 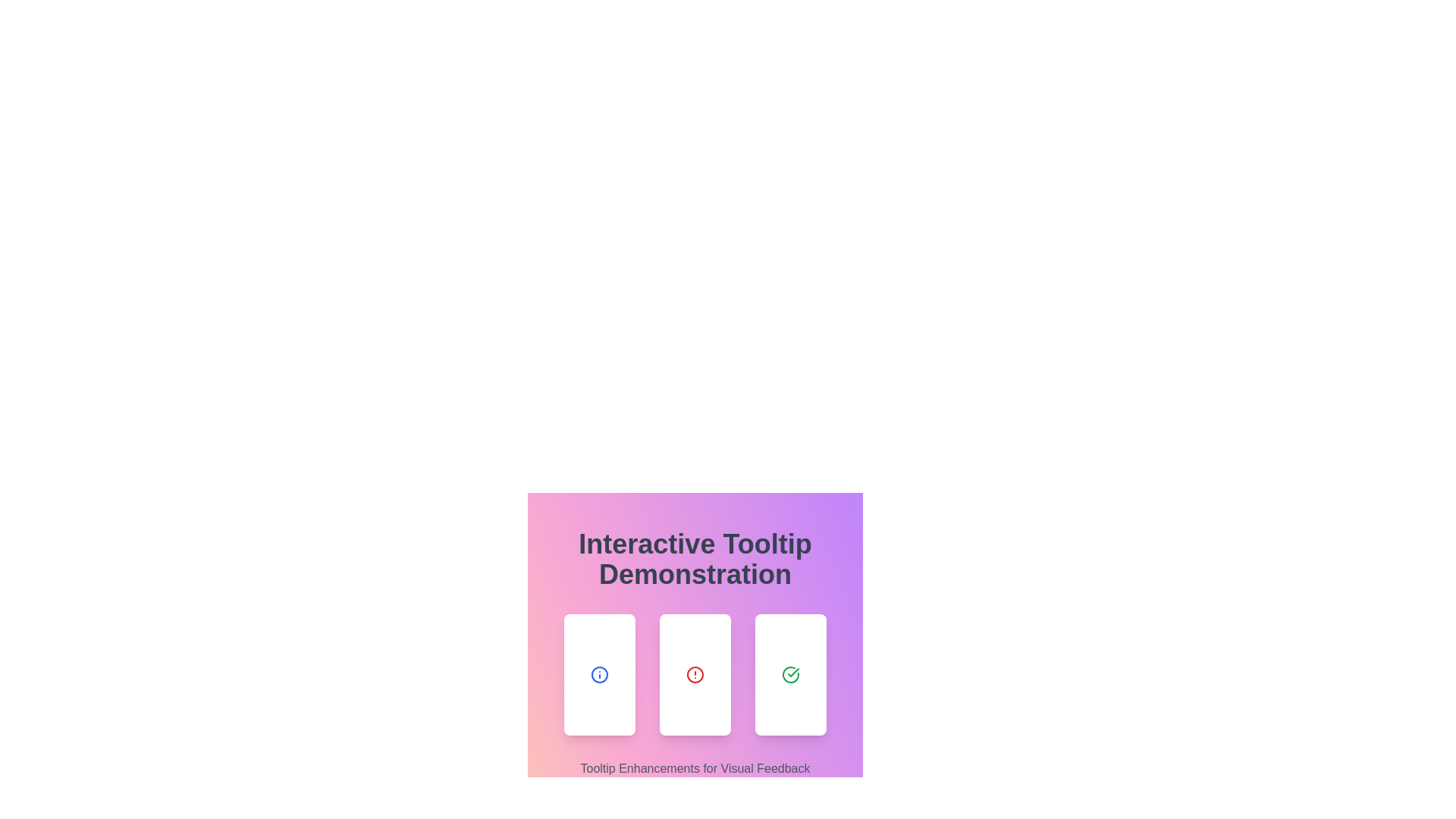 What do you see at coordinates (694, 559) in the screenshot?
I see `heading text located at the top of the content section, centered above the smaller informational cards` at bounding box center [694, 559].